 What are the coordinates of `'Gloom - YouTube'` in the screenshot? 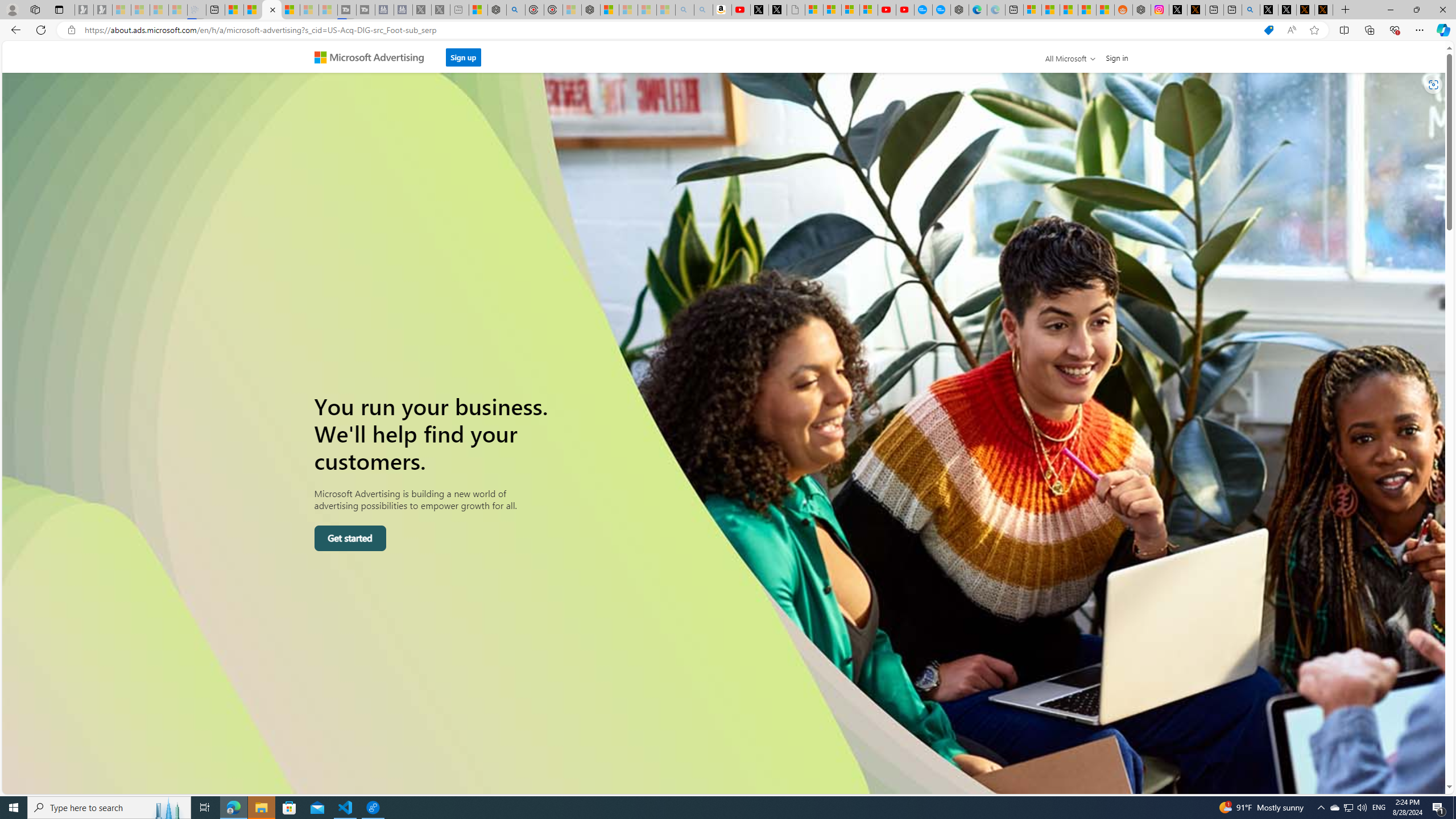 It's located at (887, 9).